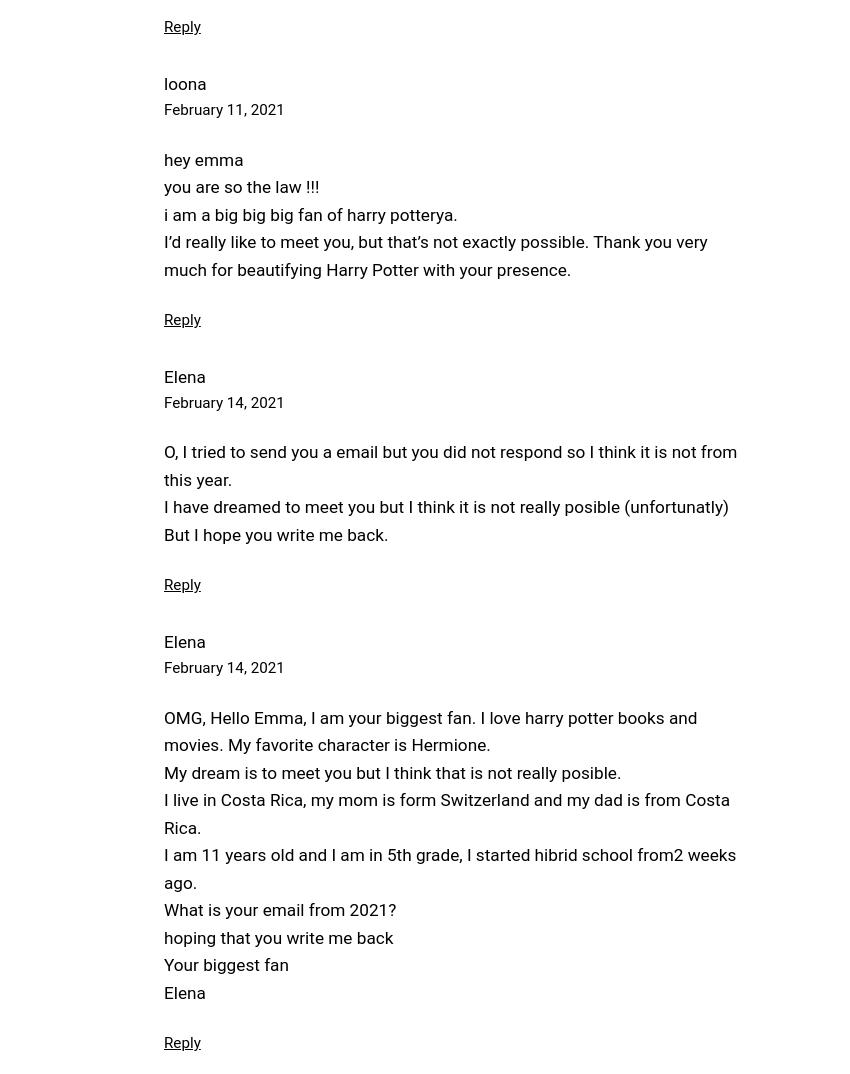 The width and height of the screenshot is (850, 1074). Describe the element at coordinates (446, 813) in the screenshot. I see `'I live in Costa Rica, my mom is form Switzerland and my dad is from Costa Rica.'` at that location.